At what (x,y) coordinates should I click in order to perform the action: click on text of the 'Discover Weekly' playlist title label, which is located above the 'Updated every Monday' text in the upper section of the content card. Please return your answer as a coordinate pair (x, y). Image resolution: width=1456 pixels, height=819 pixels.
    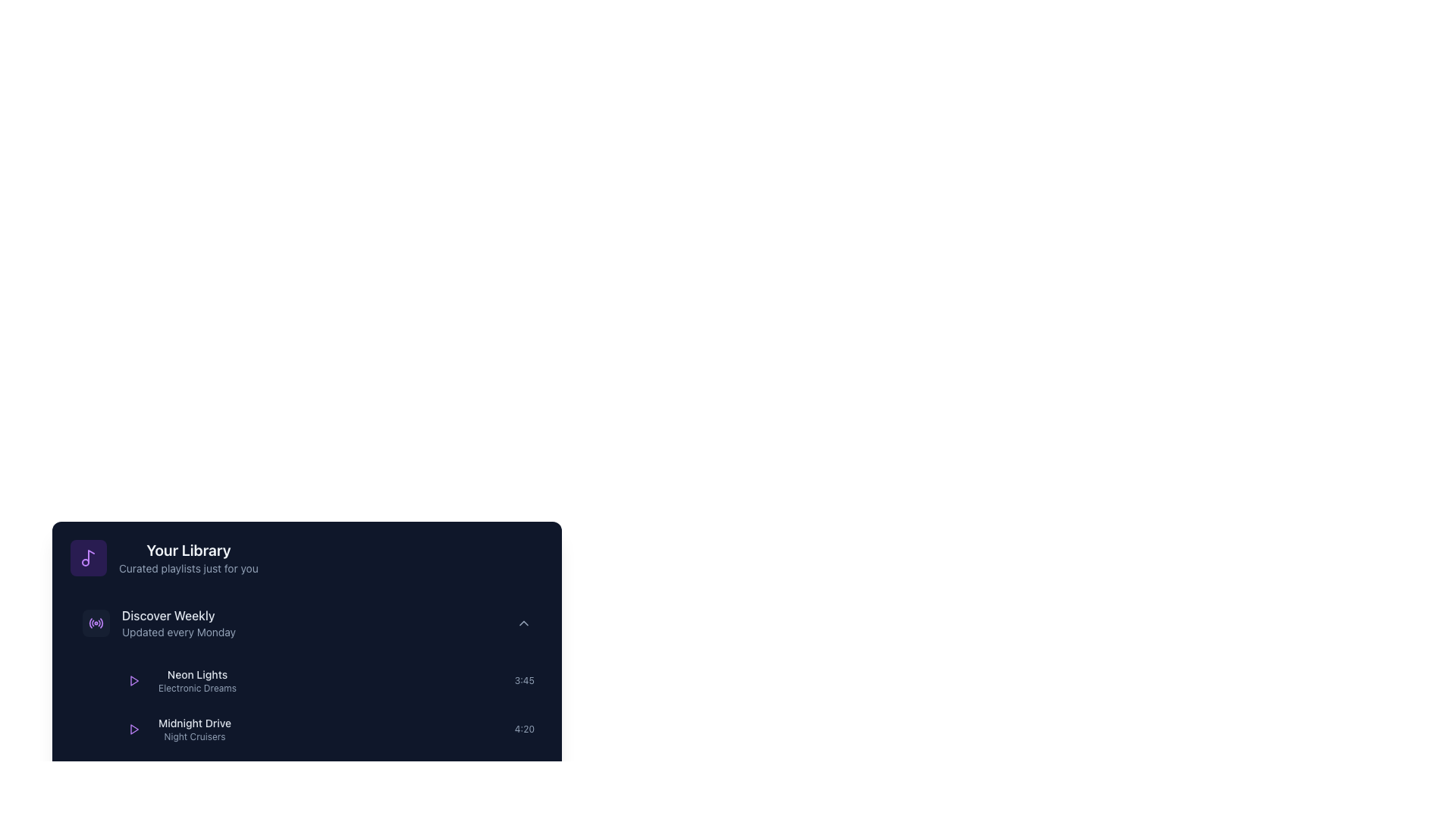
    Looking at the image, I should click on (179, 616).